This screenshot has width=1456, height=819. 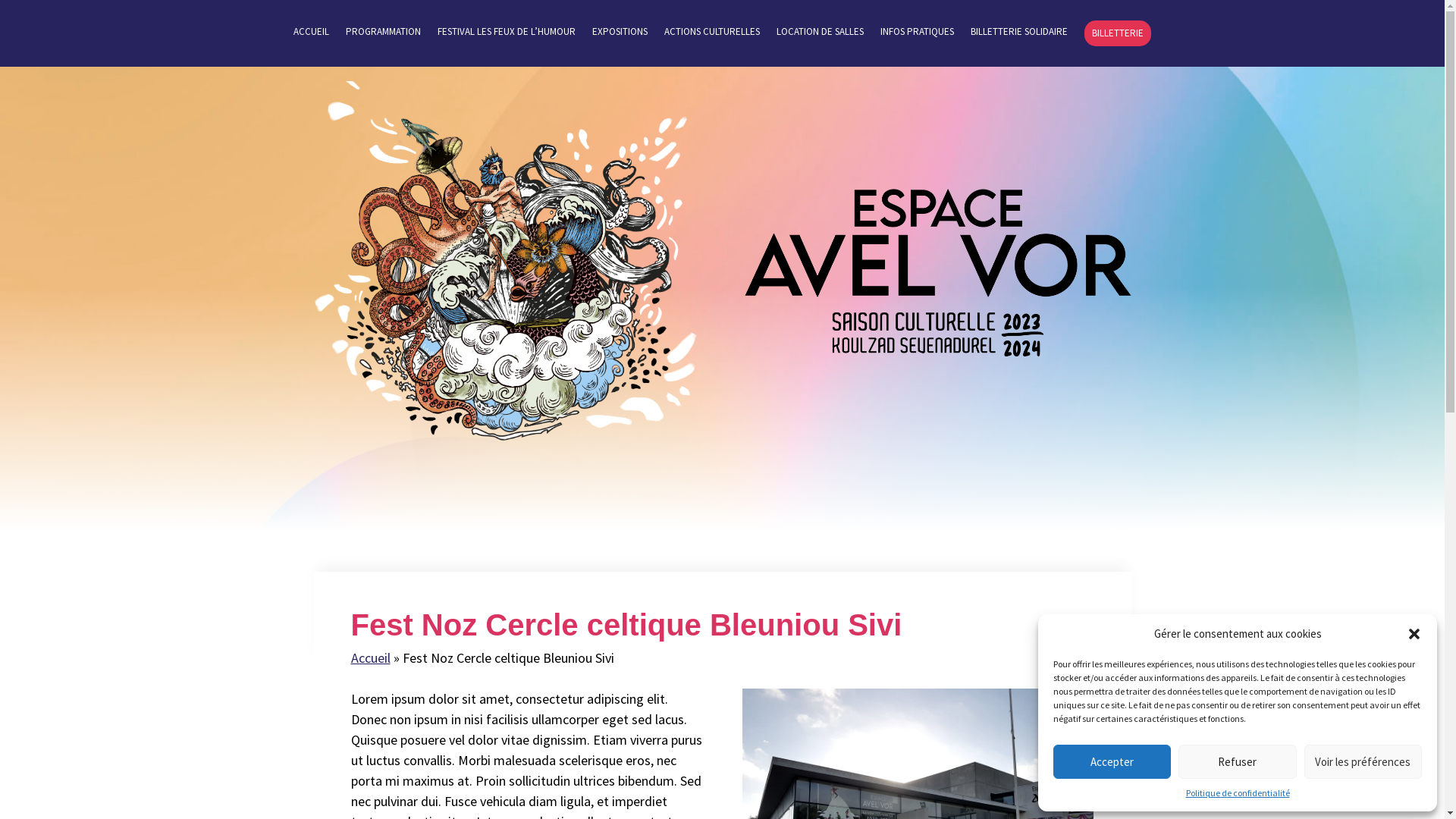 I want to click on 'BILLETTERIE SOLIDAIRE', so click(x=1019, y=35).